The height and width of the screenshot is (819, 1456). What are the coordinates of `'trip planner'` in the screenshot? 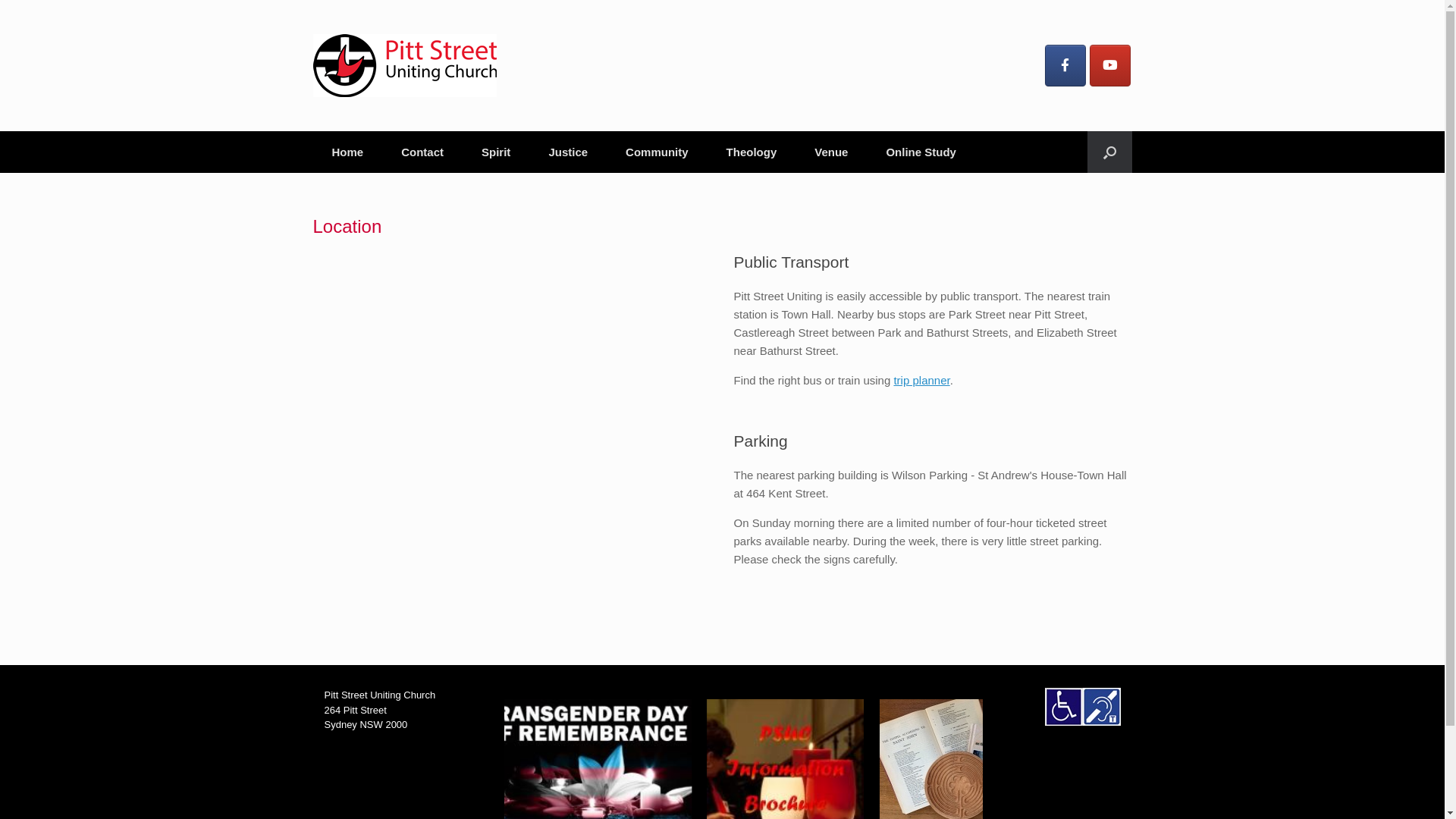 It's located at (920, 379).